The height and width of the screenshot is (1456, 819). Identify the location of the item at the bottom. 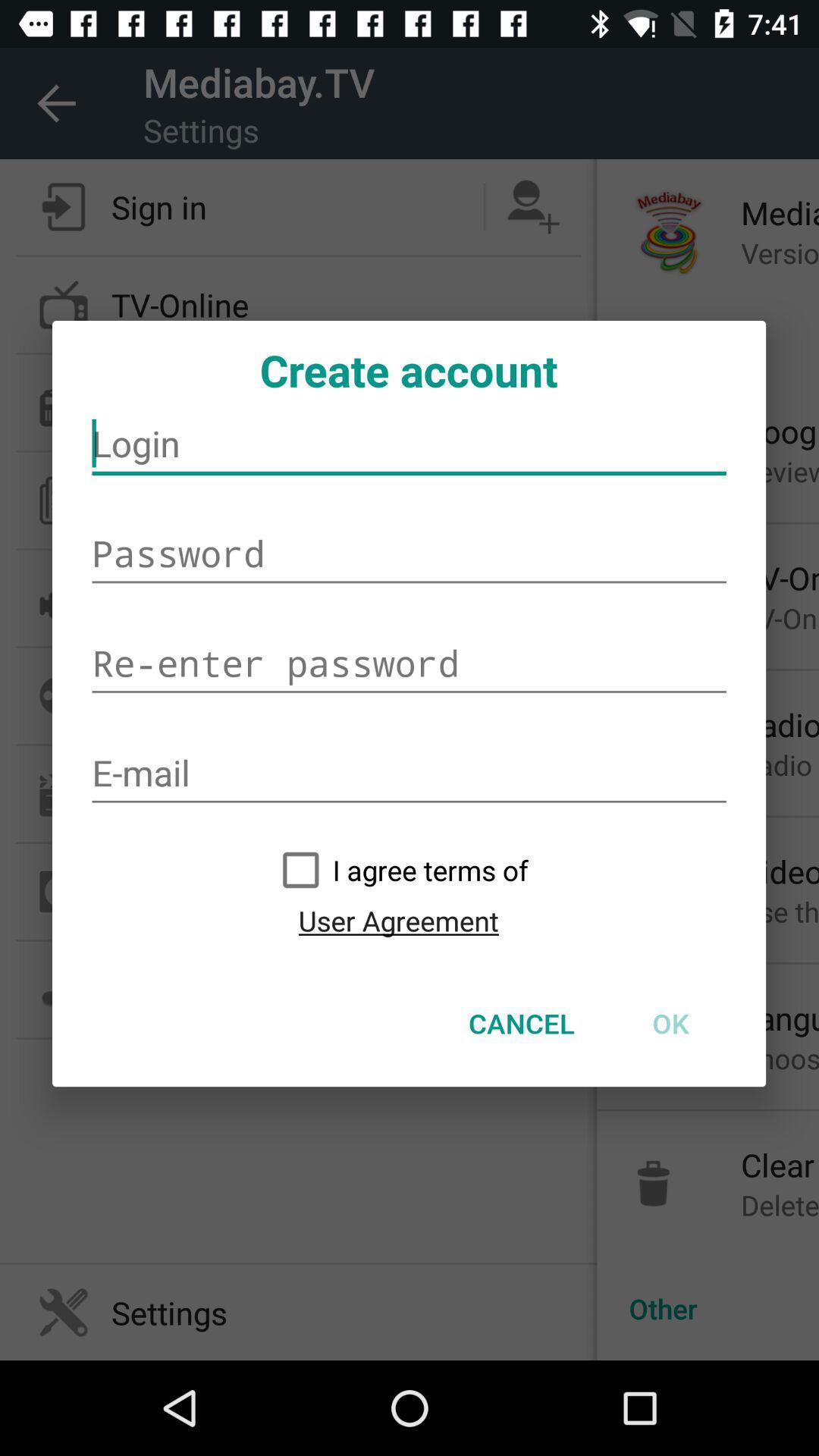
(521, 1023).